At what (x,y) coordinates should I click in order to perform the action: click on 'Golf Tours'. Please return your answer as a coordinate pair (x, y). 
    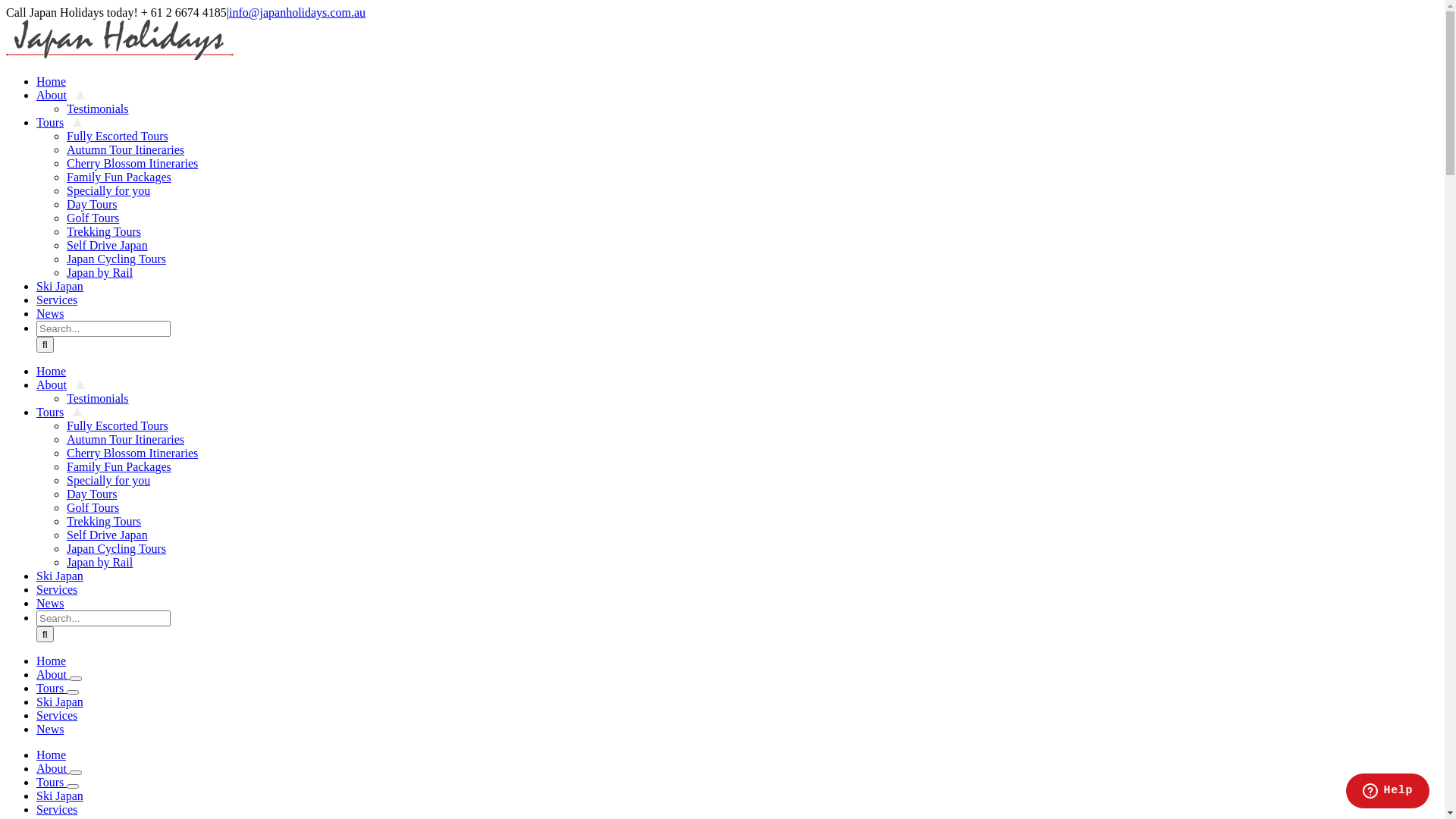
    Looking at the image, I should click on (92, 507).